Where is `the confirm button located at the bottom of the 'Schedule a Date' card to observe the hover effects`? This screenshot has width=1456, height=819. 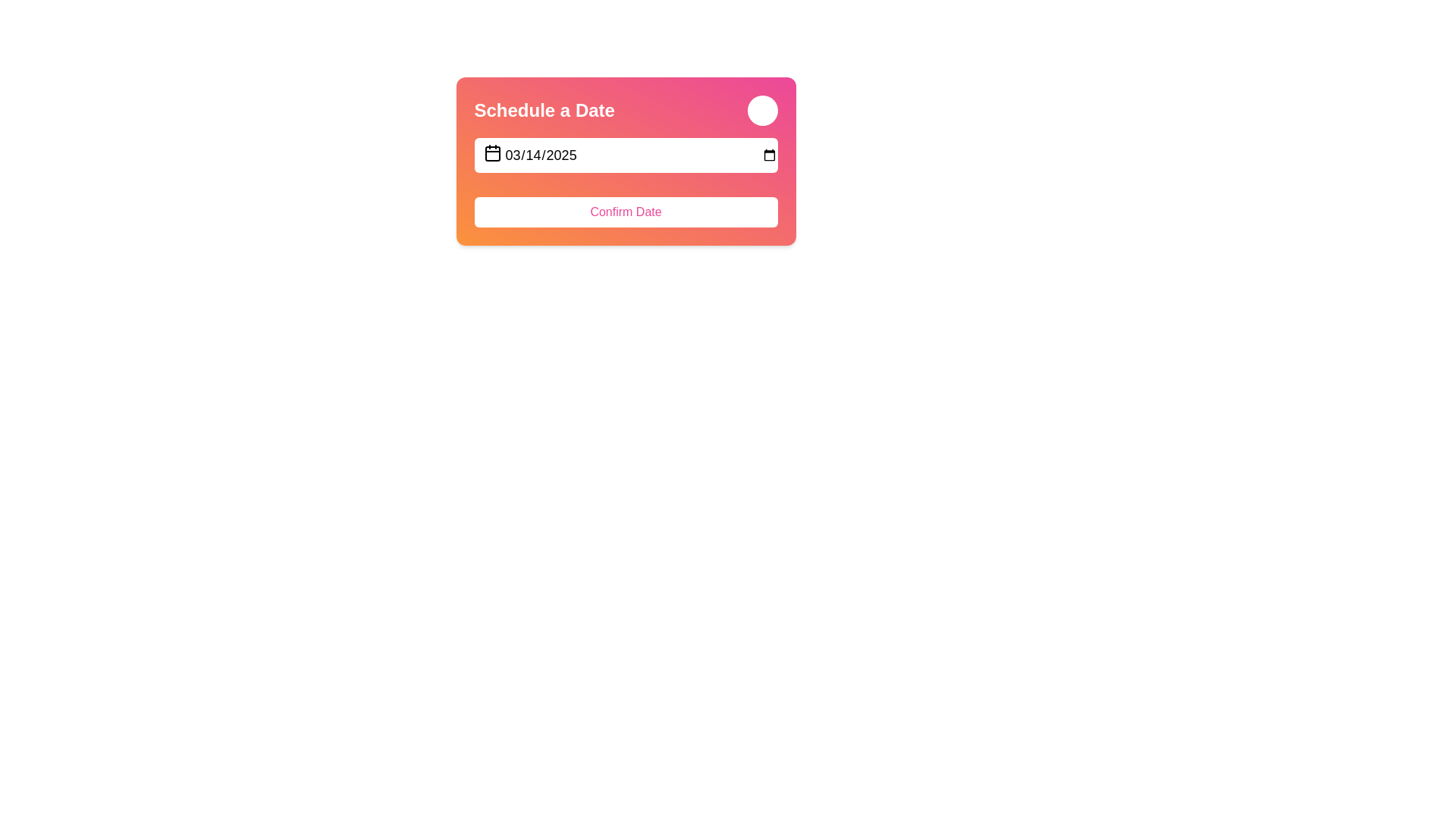
the confirm button located at the bottom of the 'Schedule a Date' card to observe the hover effects is located at coordinates (626, 181).